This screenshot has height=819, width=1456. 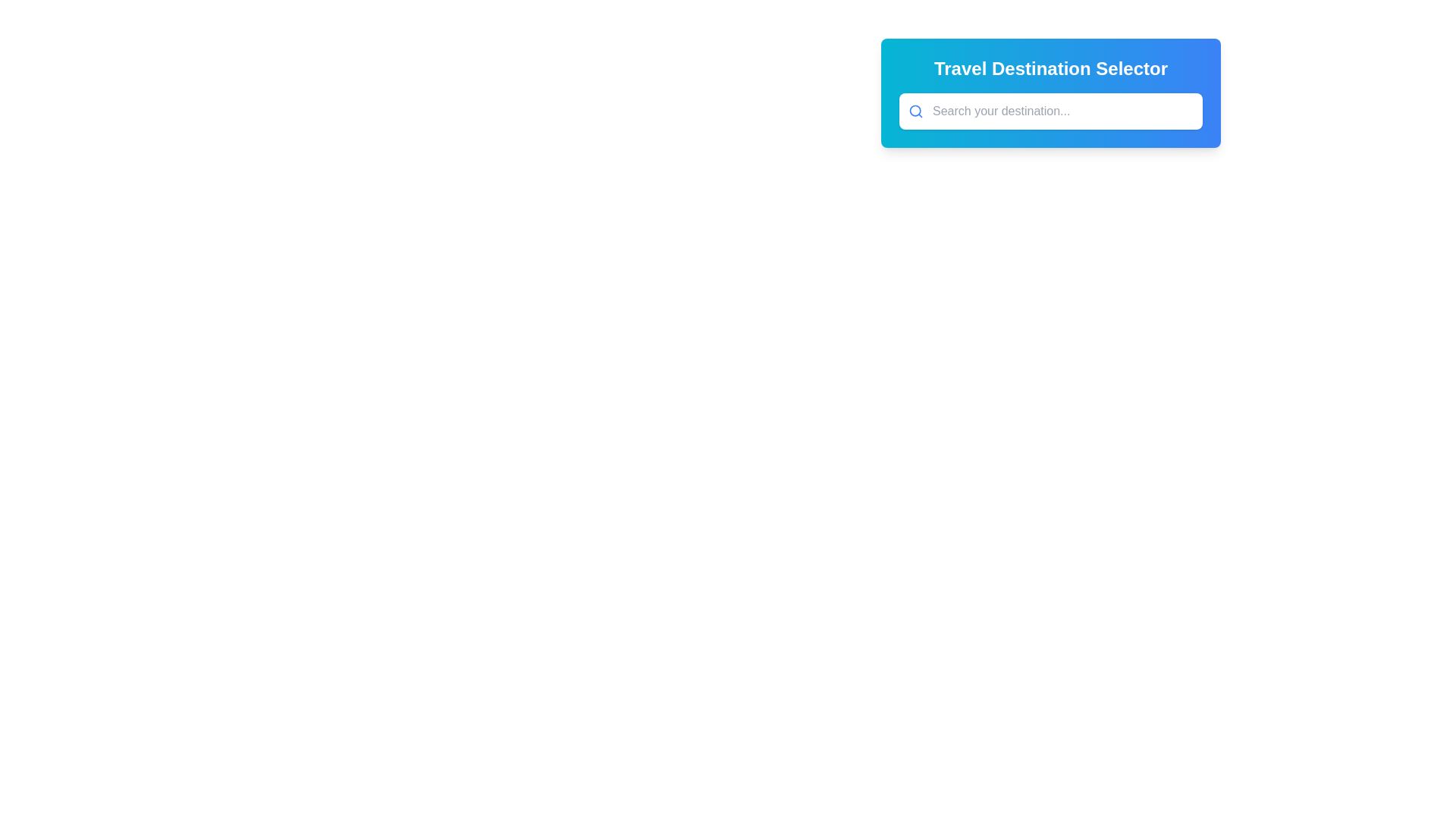 What do you see at coordinates (915, 110) in the screenshot?
I see `the central focal point of the search icon, which is a circular graphic element located to the left of the text input box in the 'Travel Destination Selector' module` at bounding box center [915, 110].